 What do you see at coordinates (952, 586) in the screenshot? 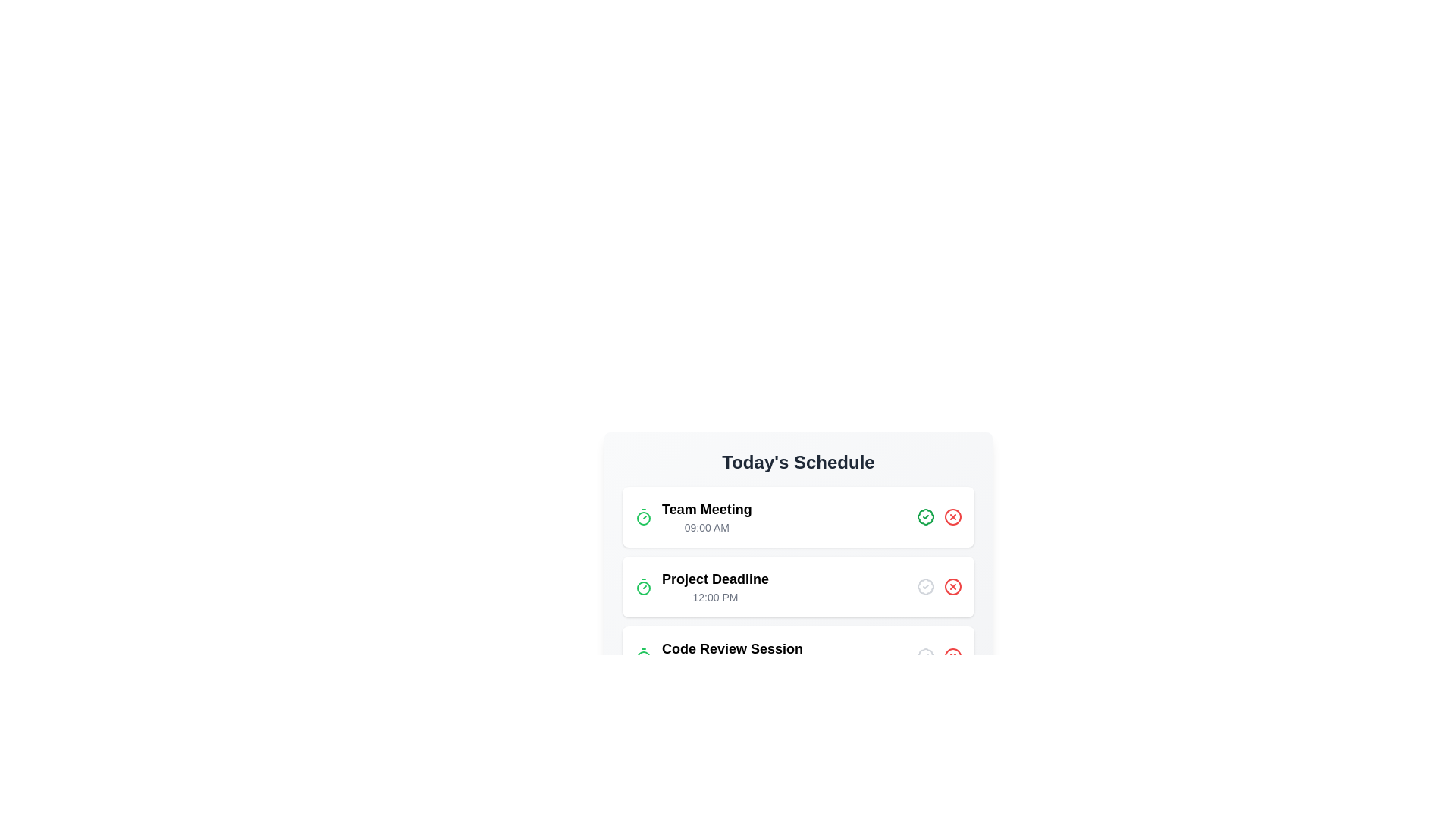
I see `the red cross icon corresponding to the task 'Project Deadline' to remove it` at bounding box center [952, 586].